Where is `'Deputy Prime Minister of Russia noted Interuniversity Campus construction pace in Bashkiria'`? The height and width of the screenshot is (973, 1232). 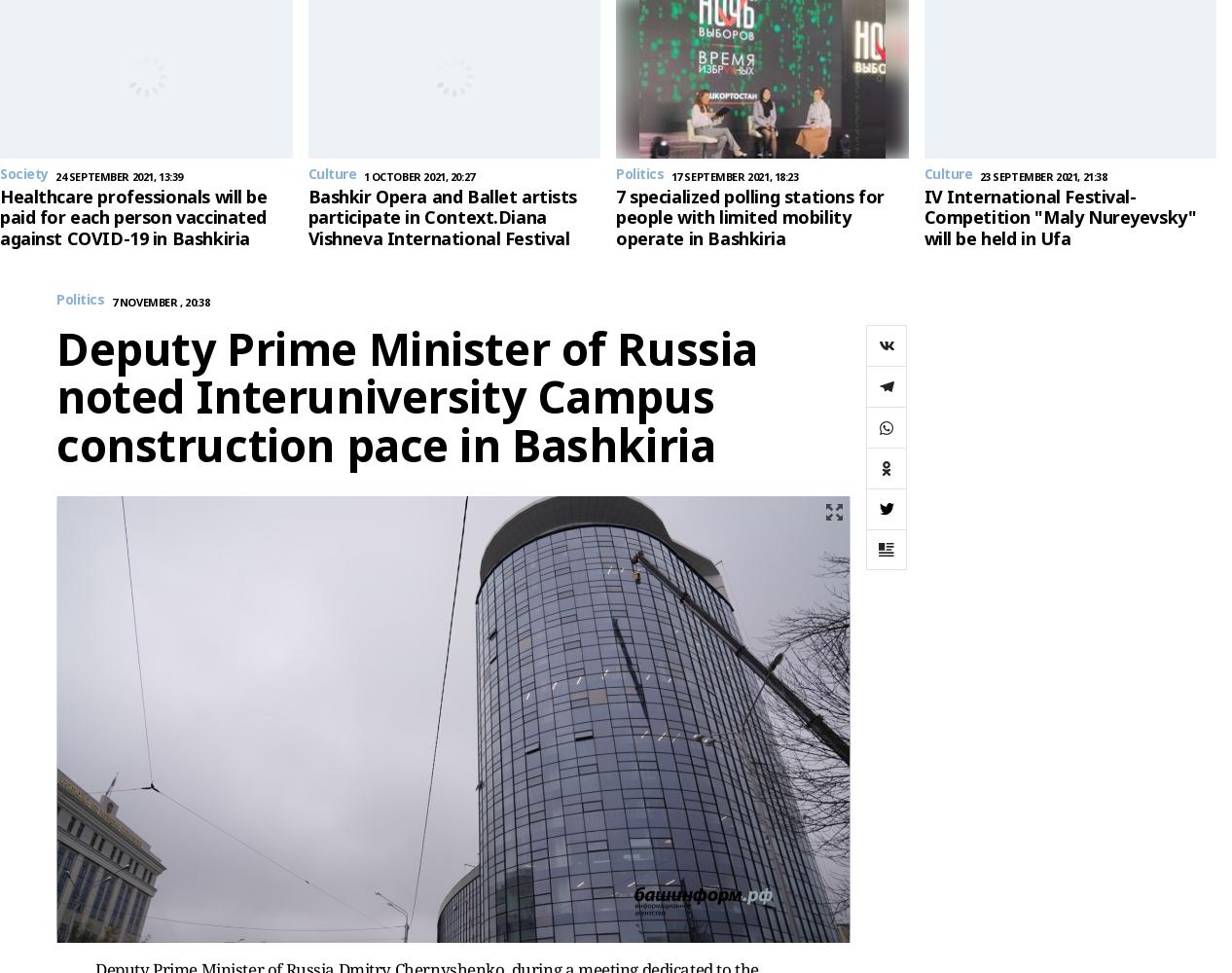 'Deputy Prime Minister of Russia noted Interuniversity Campus construction pace in Bashkiria' is located at coordinates (54, 396).